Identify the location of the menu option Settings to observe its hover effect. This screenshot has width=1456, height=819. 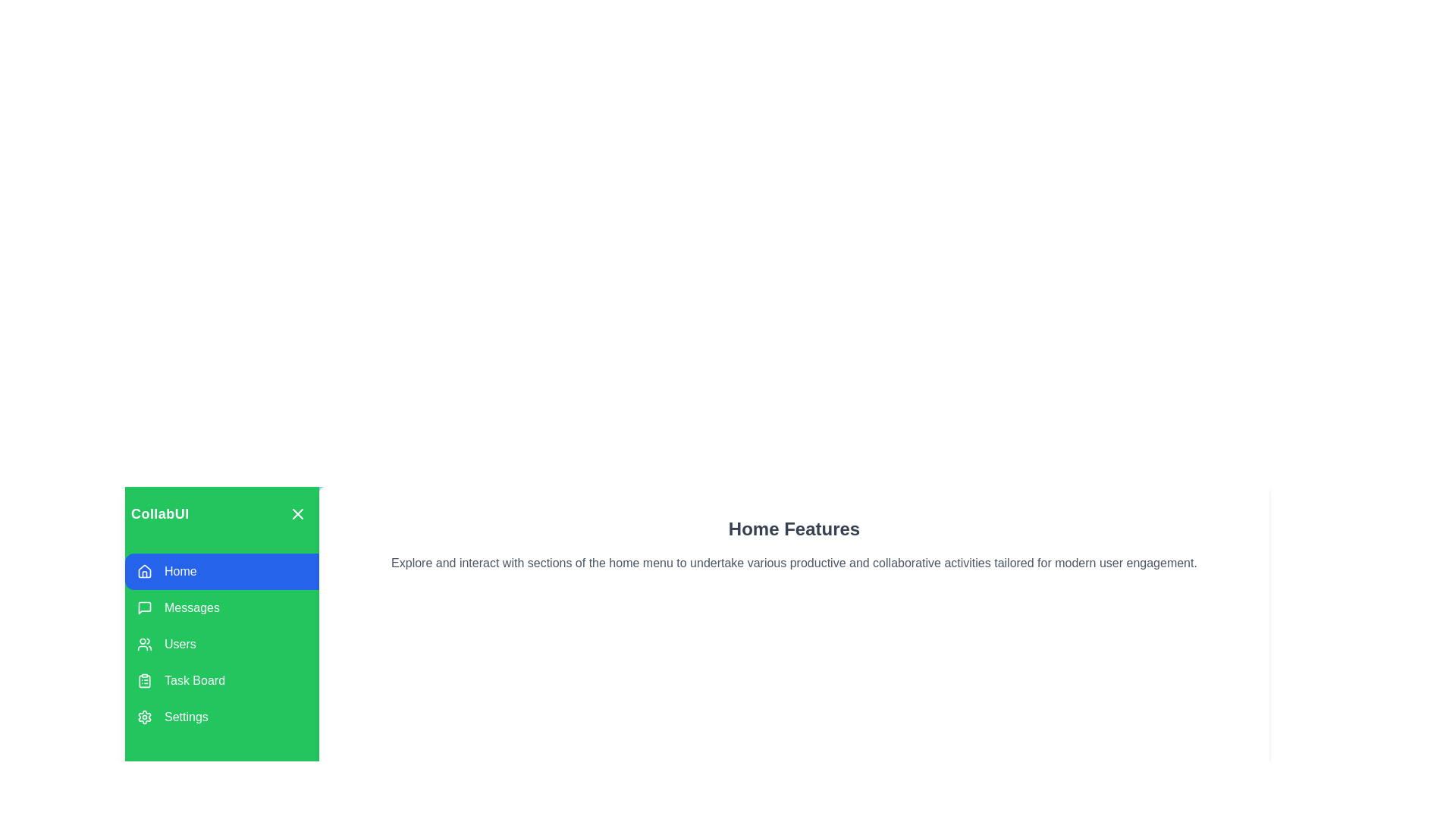
(221, 717).